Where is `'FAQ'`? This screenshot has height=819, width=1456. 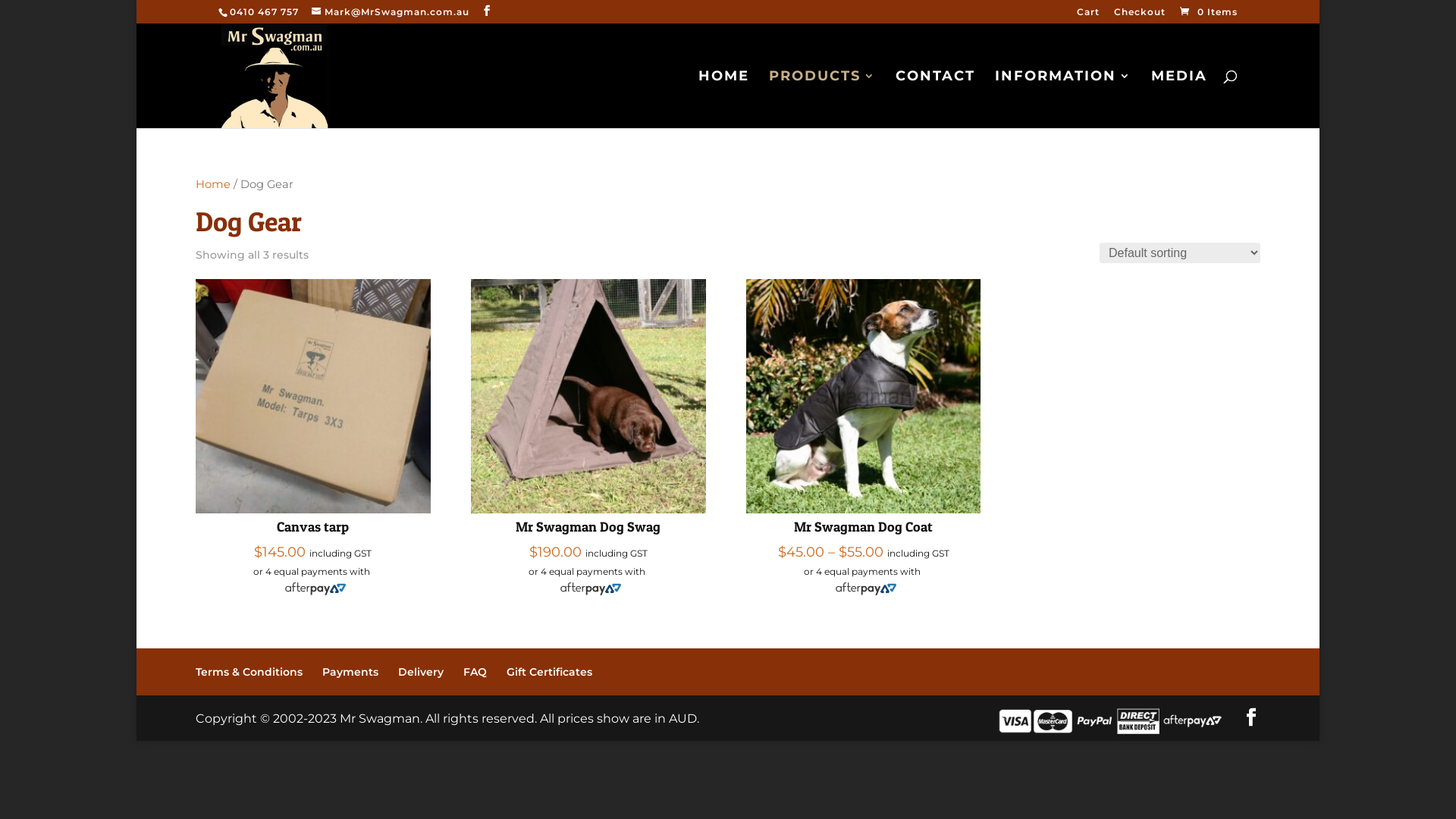 'FAQ' is located at coordinates (474, 671).